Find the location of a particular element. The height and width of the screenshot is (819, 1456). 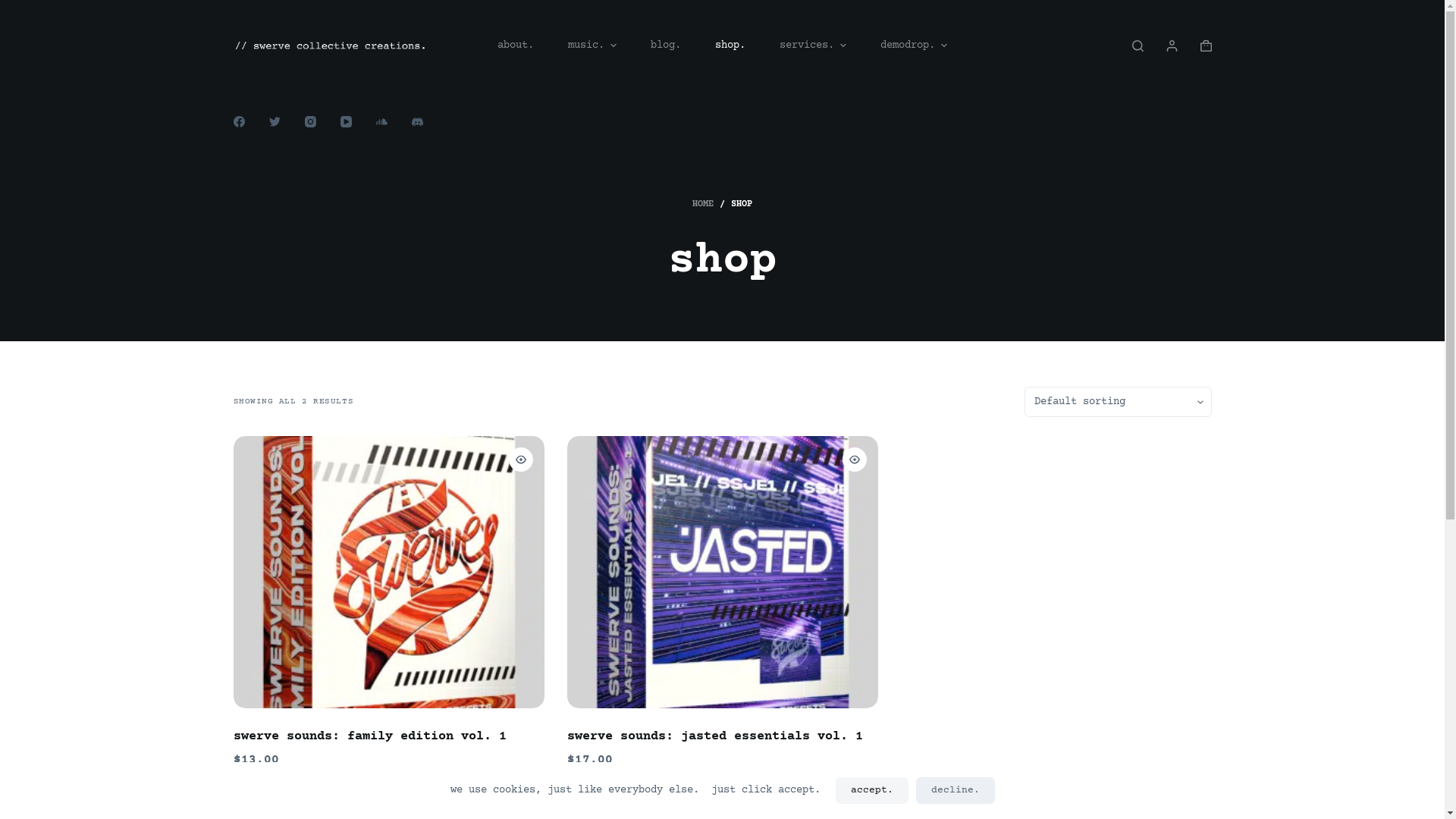

'accept.' is located at coordinates (872, 789).